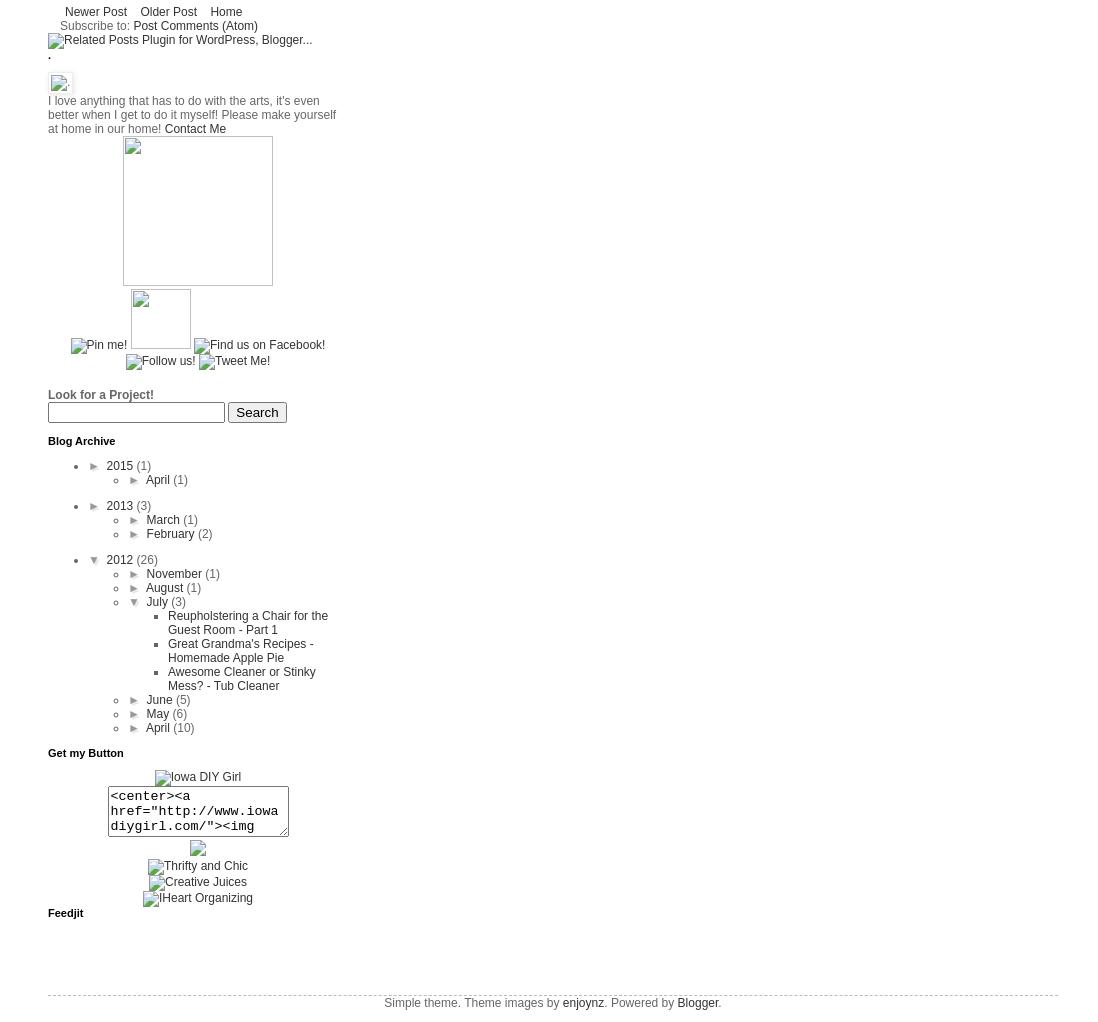  Describe the element at coordinates (560, 1002) in the screenshot. I see `'enjoynz'` at that location.